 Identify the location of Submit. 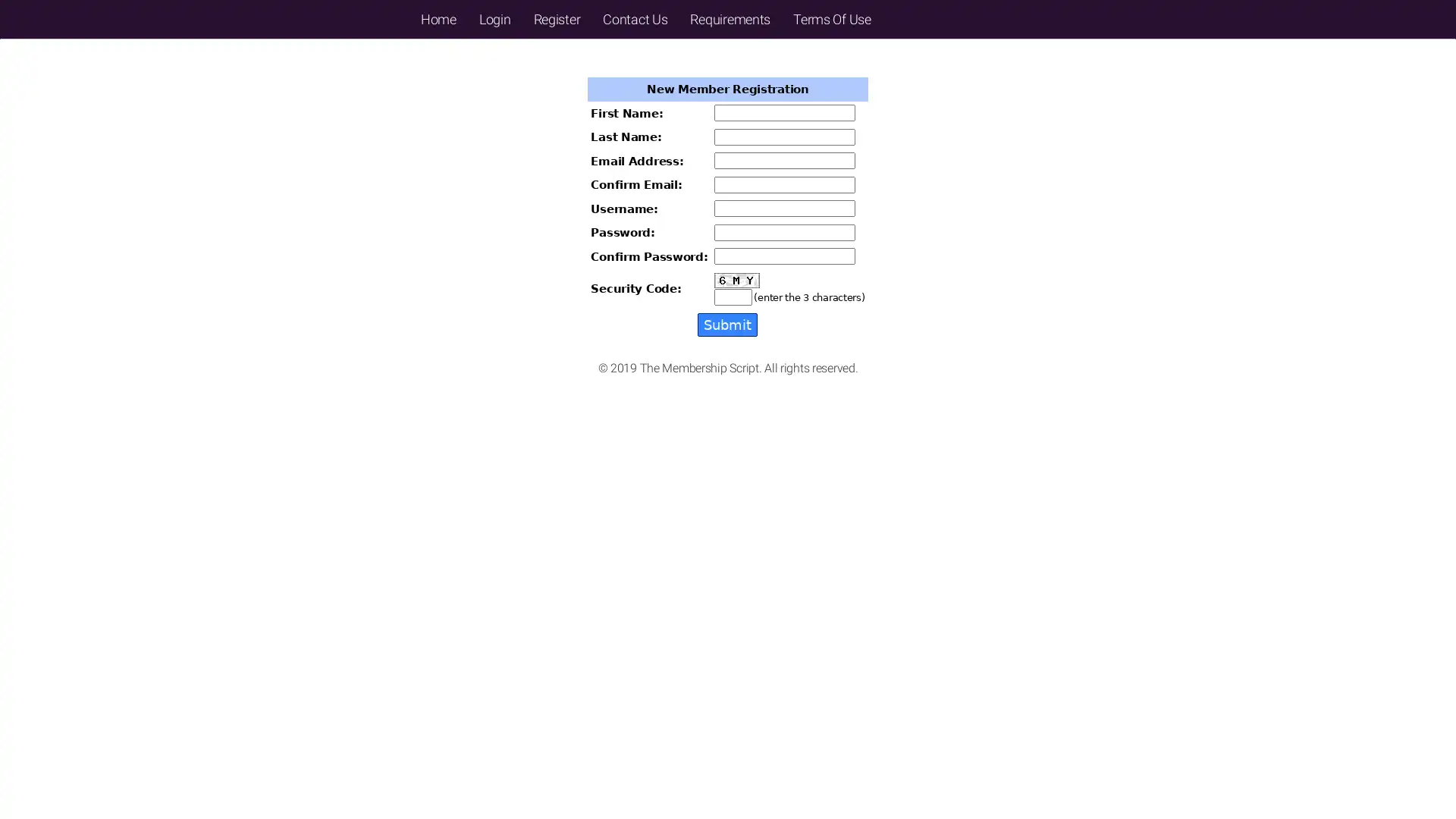
(726, 324).